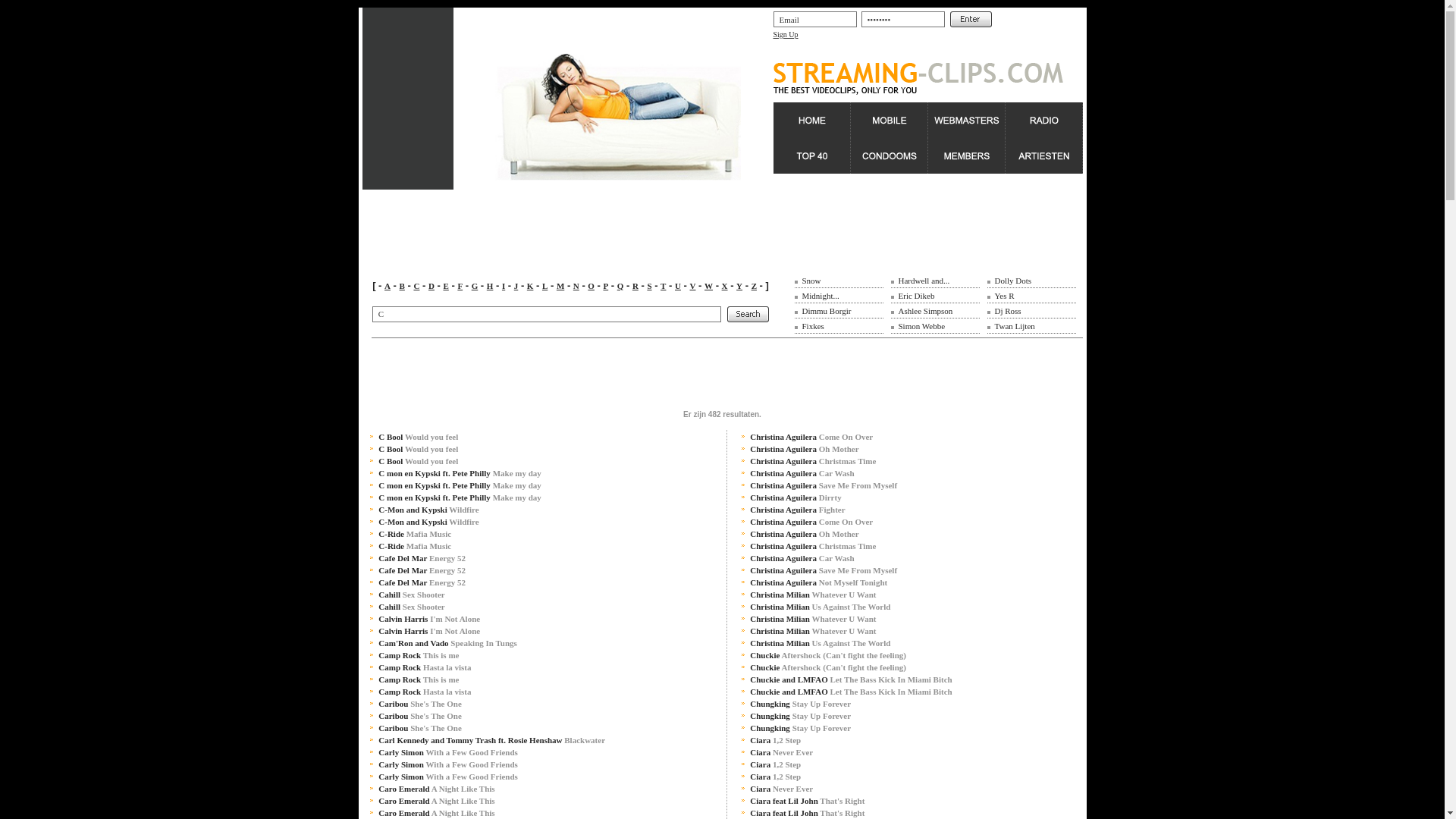 This screenshot has width=1456, height=819. I want to click on 'Carly Simon With a Few Good Friends', so click(447, 764).